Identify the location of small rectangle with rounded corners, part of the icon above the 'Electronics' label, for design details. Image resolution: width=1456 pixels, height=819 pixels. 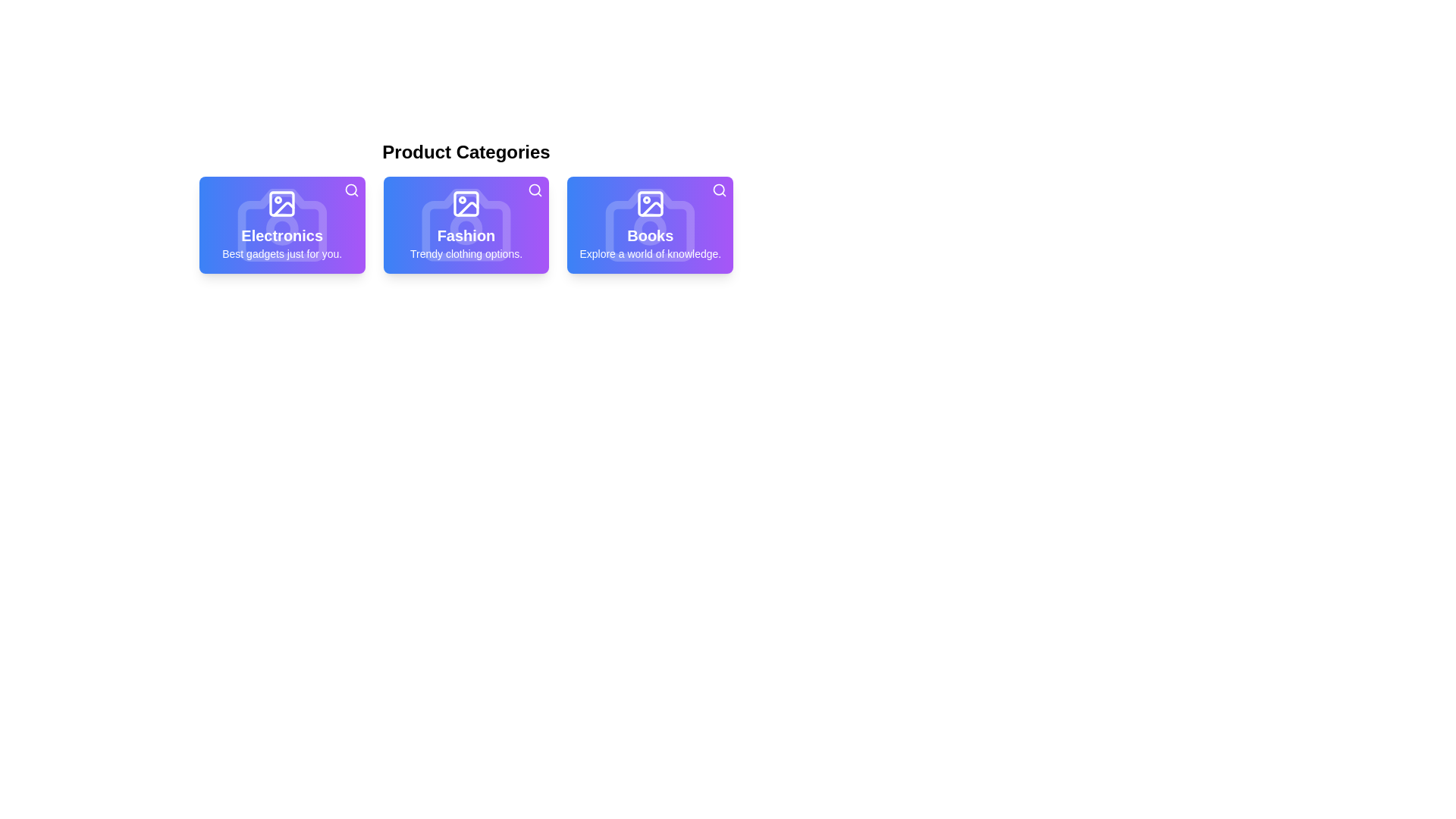
(282, 203).